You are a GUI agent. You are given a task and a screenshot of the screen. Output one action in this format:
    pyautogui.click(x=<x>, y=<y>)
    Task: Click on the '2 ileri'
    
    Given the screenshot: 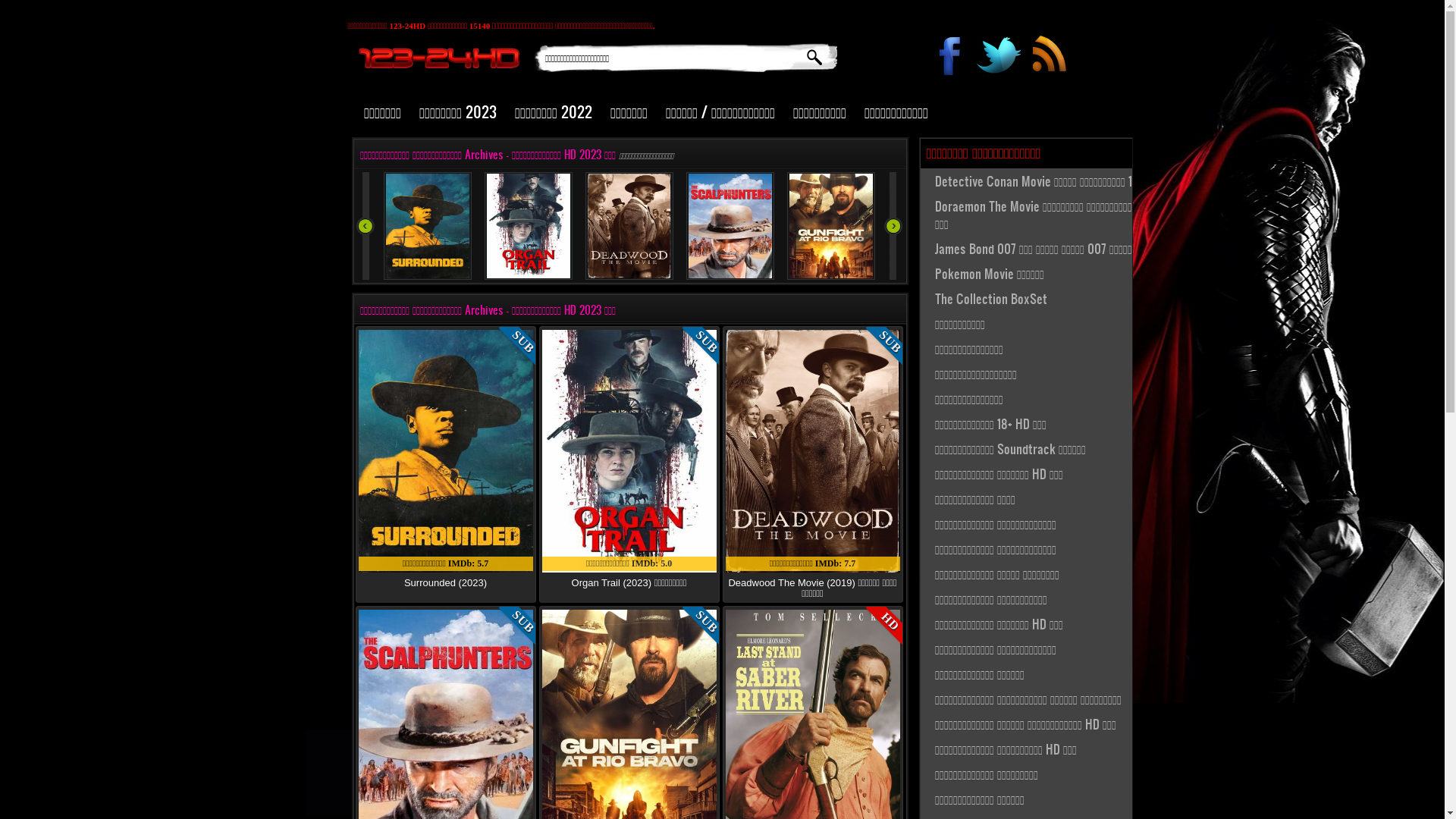 What is the action you would take?
    pyautogui.click(x=893, y=225)
    